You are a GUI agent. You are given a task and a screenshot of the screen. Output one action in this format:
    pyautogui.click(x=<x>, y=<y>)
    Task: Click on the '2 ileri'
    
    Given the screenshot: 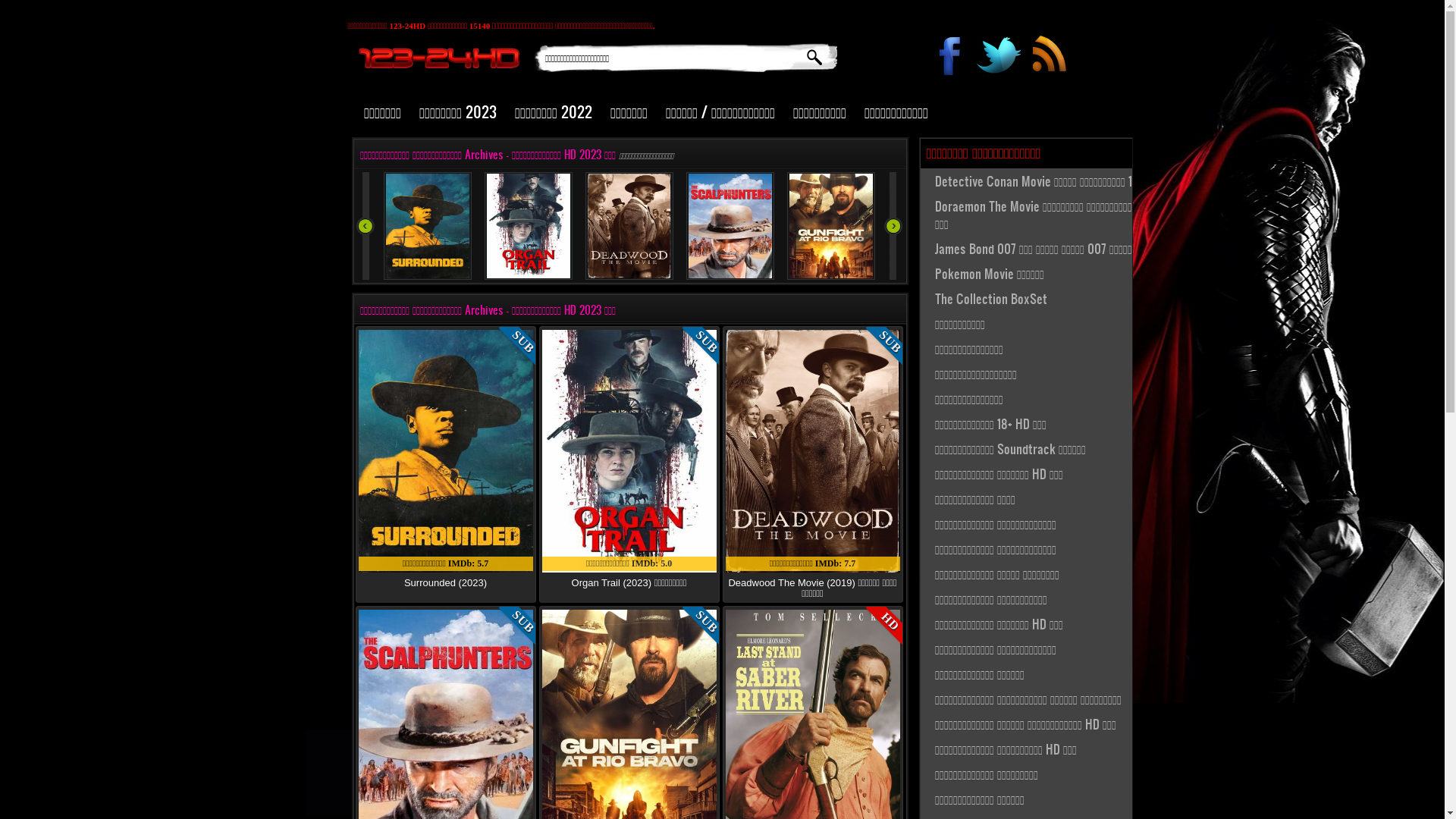 What is the action you would take?
    pyautogui.click(x=893, y=225)
    